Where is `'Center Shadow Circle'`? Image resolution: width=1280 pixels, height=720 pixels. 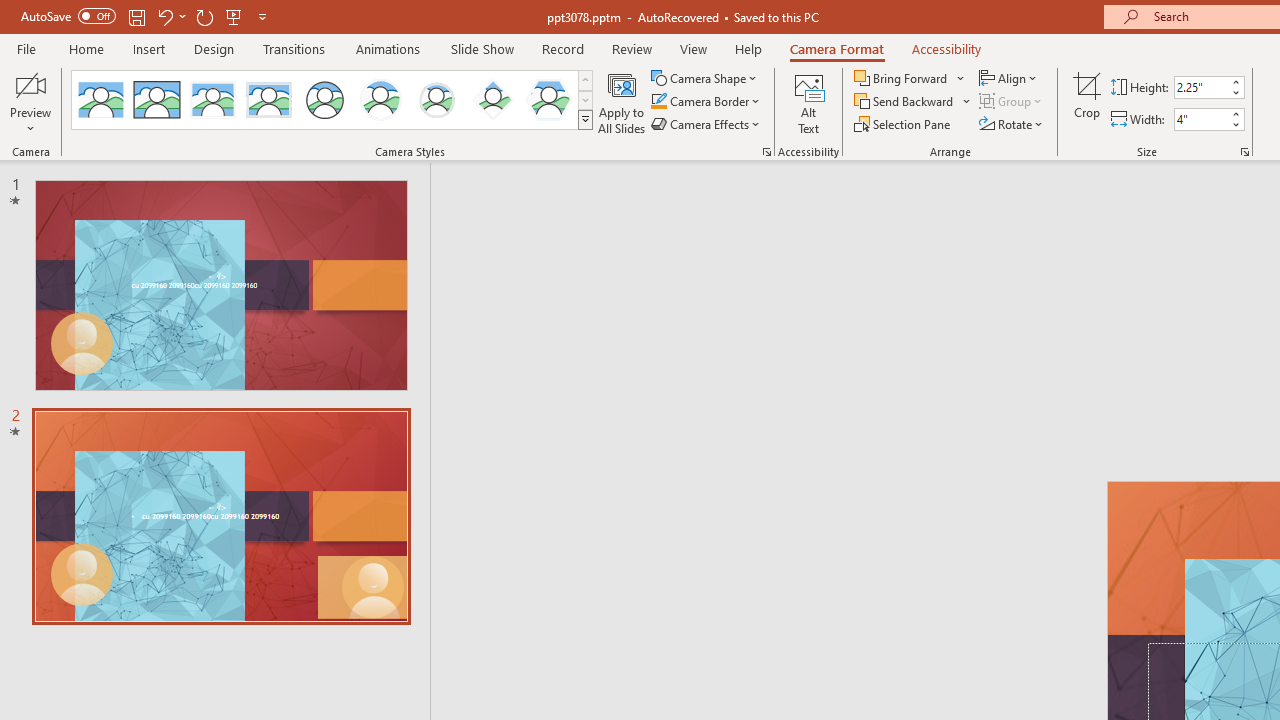
'Center Shadow Circle' is located at coordinates (381, 100).